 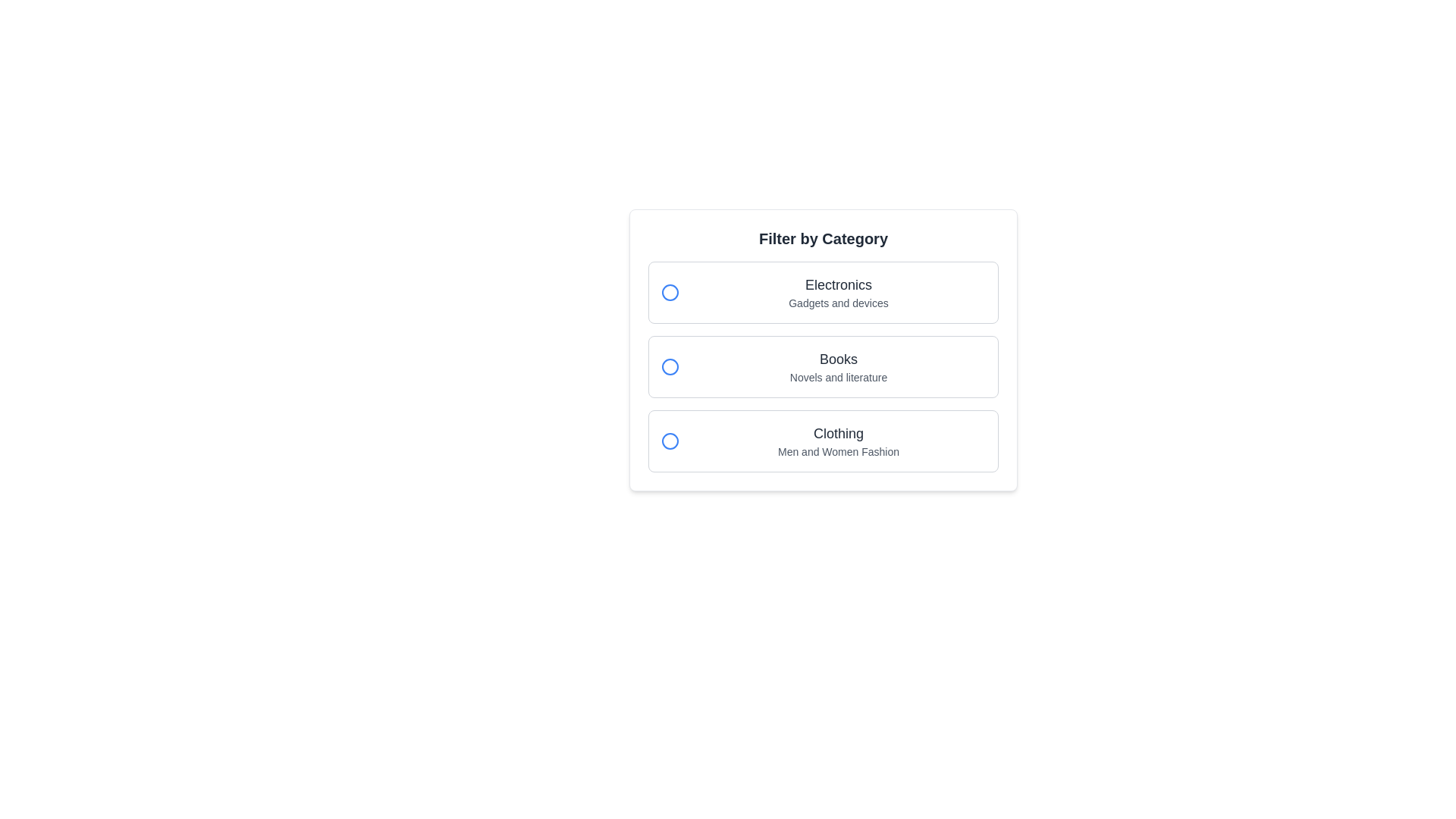 What do you see at coordinates (669, 366) in the screenshot?
I see `the radio button for selecting the category 'Books', located in the second card of a vertical list with the heading 'Books' and subtext 'Novels and literature', to trigger tooltip or visual feedback` at bounding box center [669, 366].